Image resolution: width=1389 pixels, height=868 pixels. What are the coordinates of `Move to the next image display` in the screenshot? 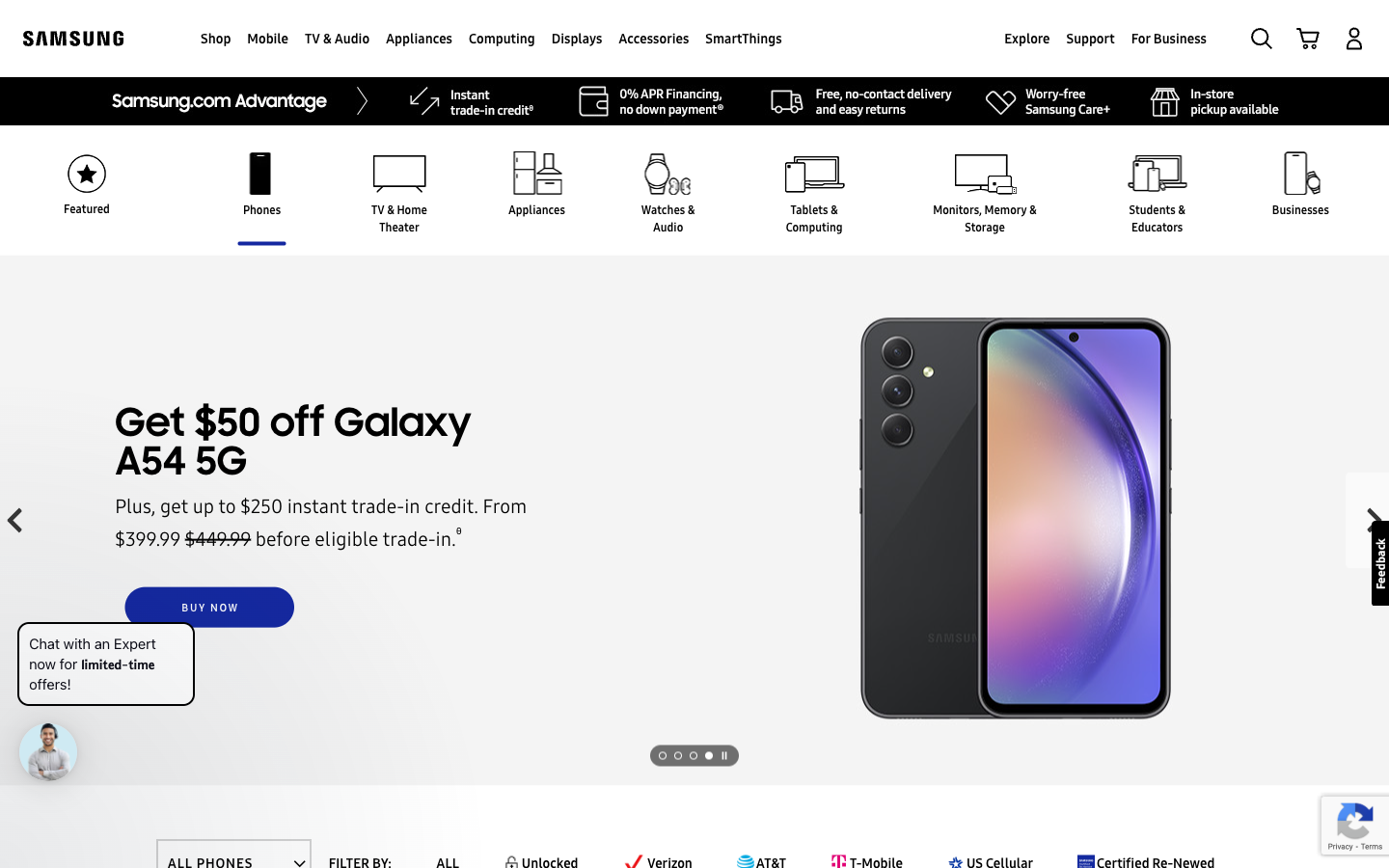 It's located at (722, 754).